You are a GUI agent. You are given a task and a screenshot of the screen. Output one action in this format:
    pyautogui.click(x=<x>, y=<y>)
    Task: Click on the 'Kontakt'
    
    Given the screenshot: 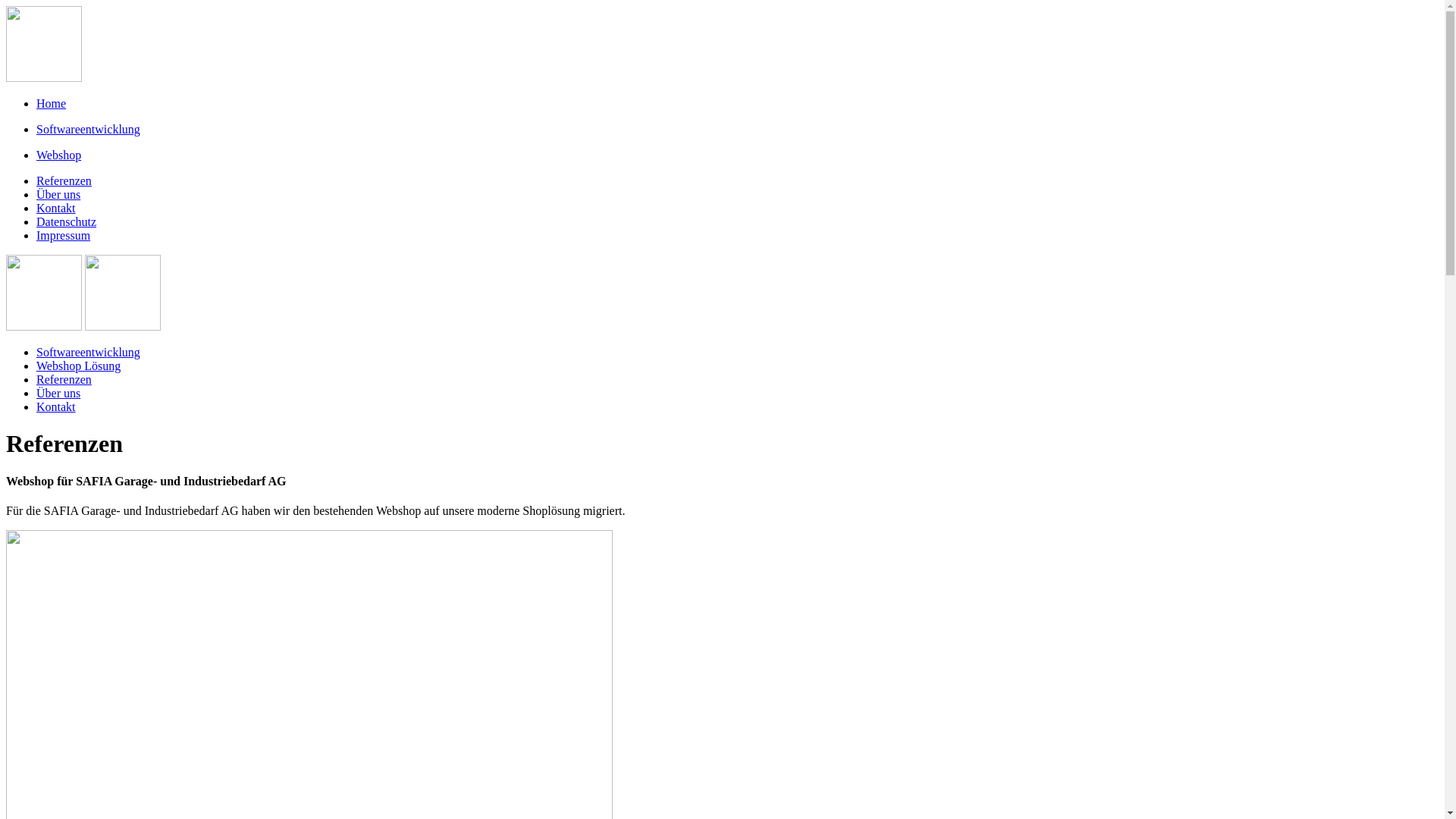 What is the action you would take?
    pyautogui.click(x=55, y=208)
    